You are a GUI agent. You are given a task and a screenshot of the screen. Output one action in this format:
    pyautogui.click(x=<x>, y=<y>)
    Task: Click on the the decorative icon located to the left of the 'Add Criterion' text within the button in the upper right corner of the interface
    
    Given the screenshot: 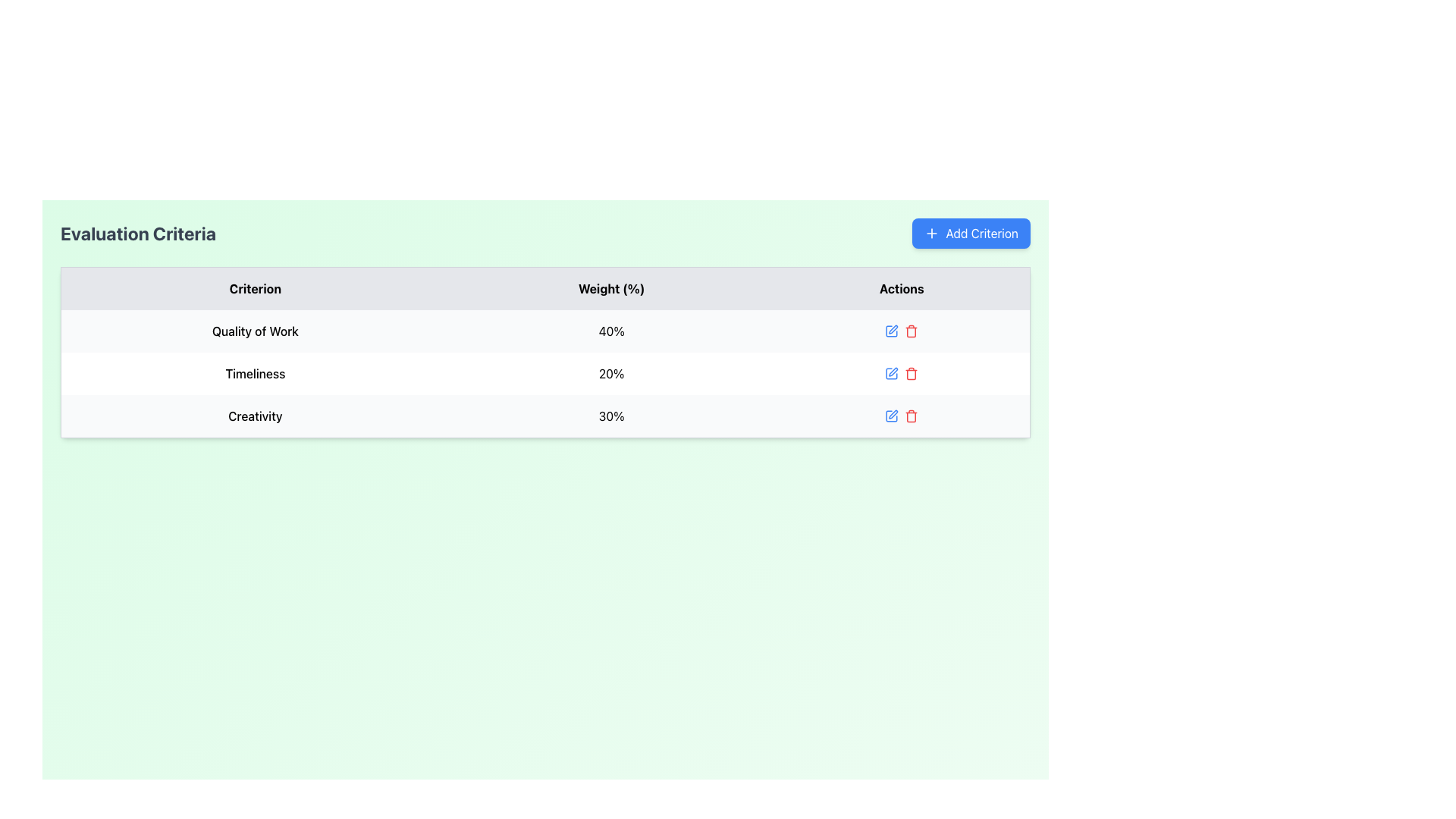 What is the action you would take?
    pyautogui.click(x=931, y=234)
    